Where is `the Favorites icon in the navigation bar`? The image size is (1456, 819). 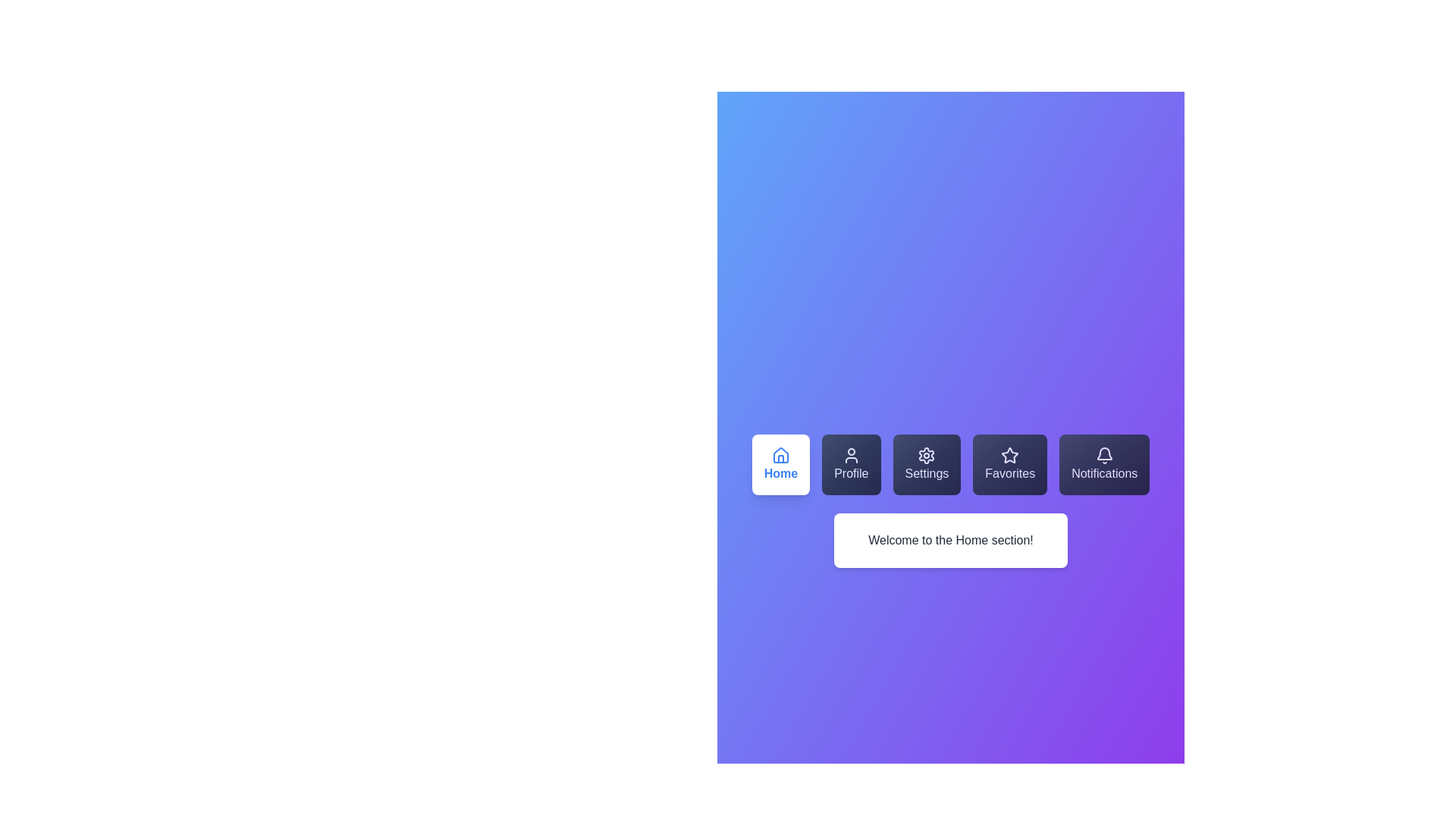 the Favorites icon in the navigation bar is located at coordinates (1010, 454).